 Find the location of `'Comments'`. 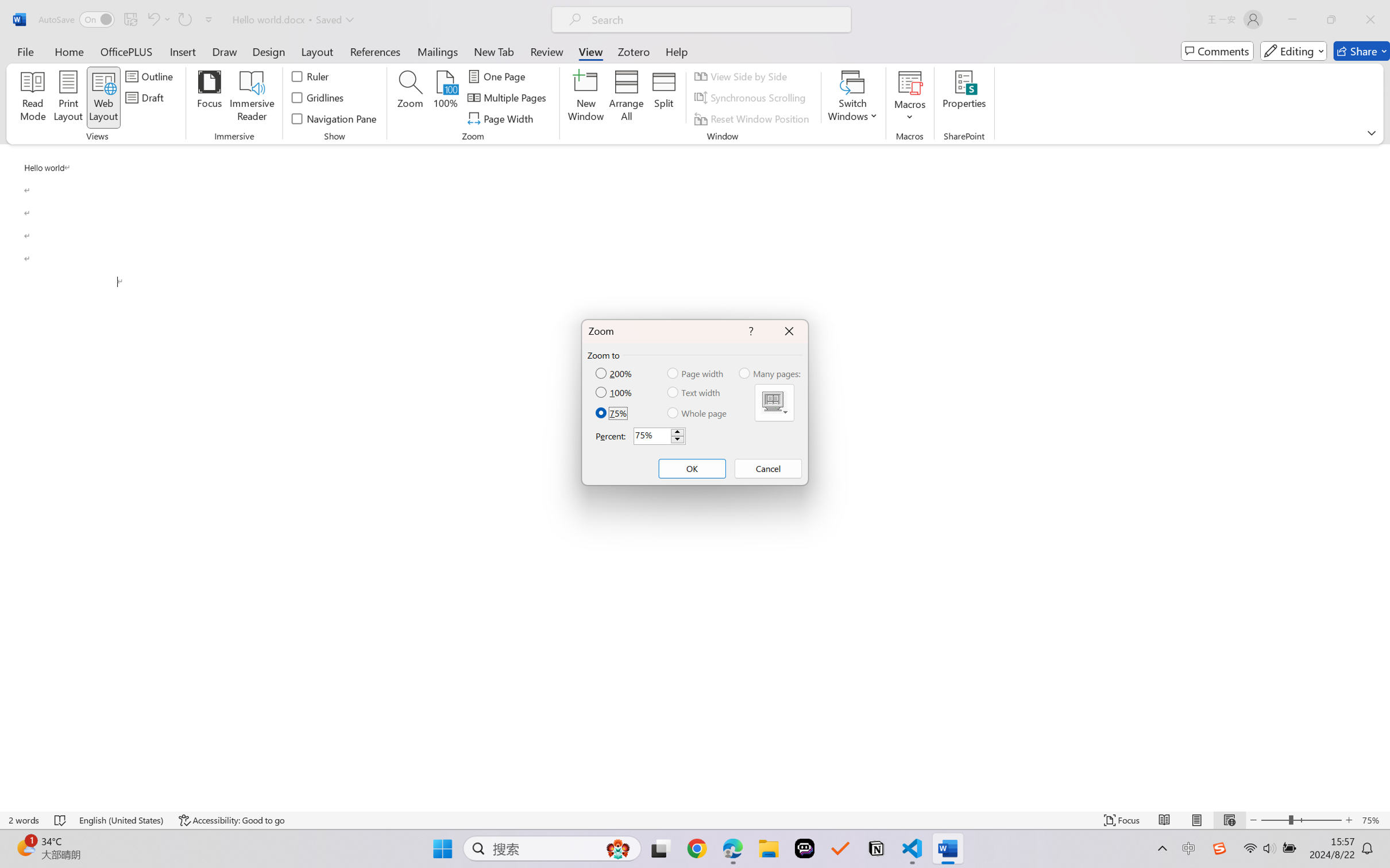

'Comments' is located at coordinates (1217, 51).